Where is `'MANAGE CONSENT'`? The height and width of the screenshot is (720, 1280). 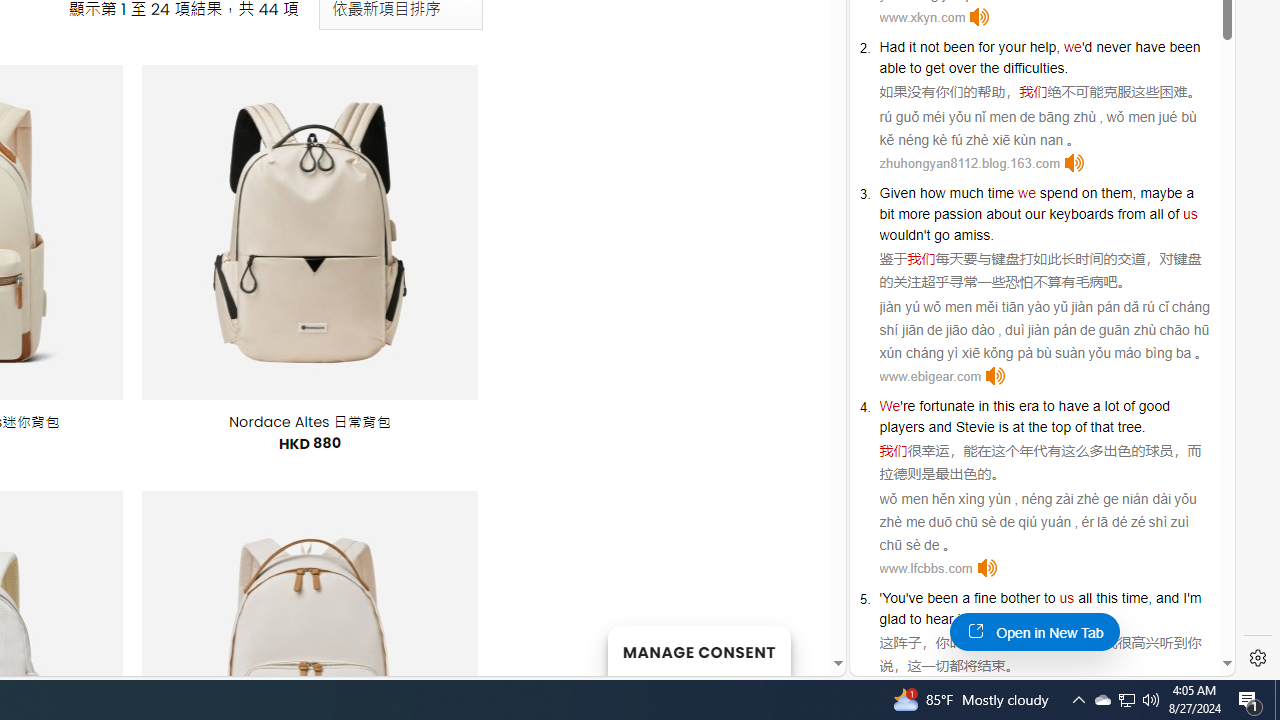
'MANAGE CONSENT' is located at coordinates (698, 650).